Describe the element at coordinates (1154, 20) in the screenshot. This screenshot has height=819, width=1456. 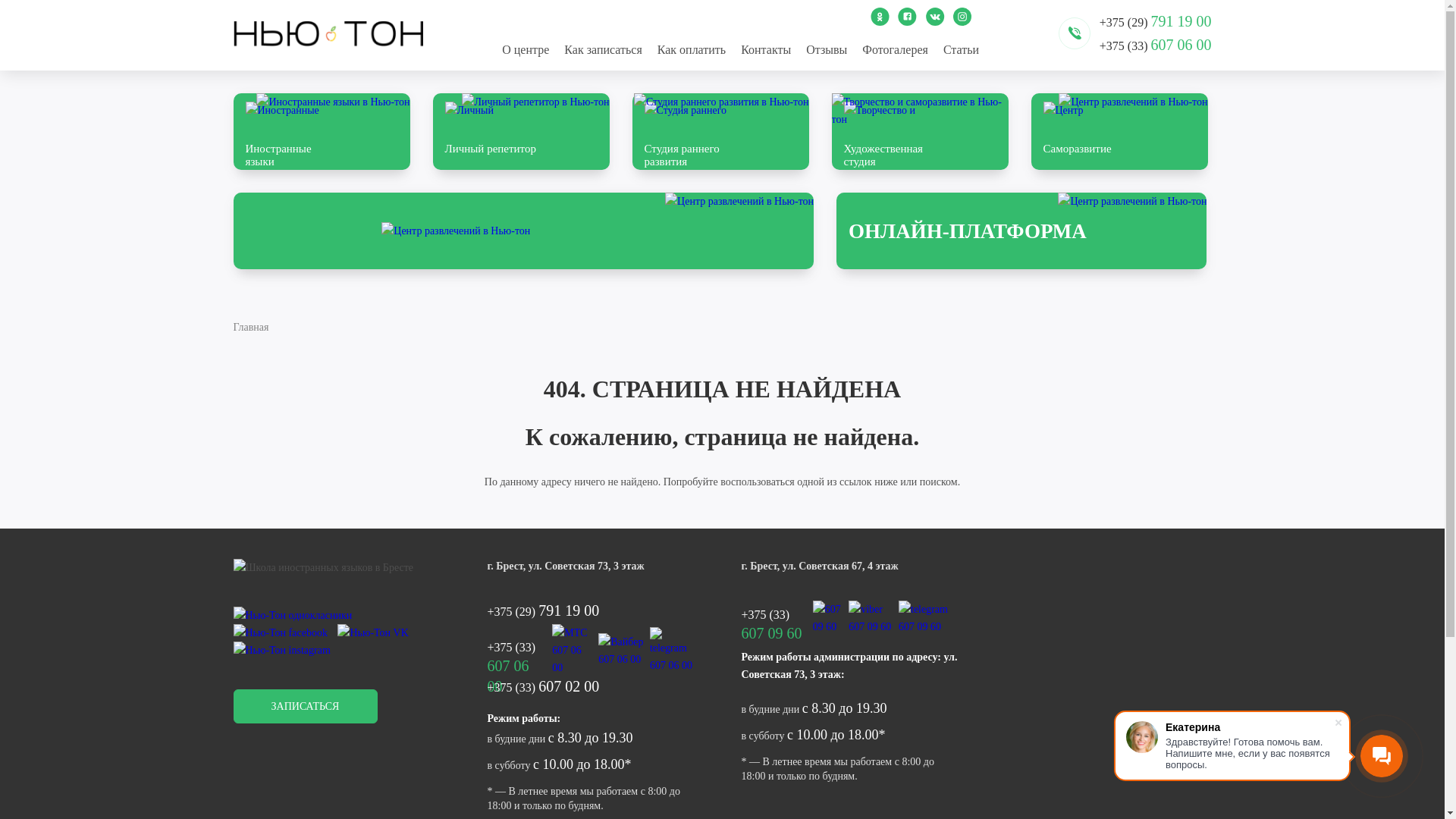
I see `'+375 (29) 791 19 00'` at that location.